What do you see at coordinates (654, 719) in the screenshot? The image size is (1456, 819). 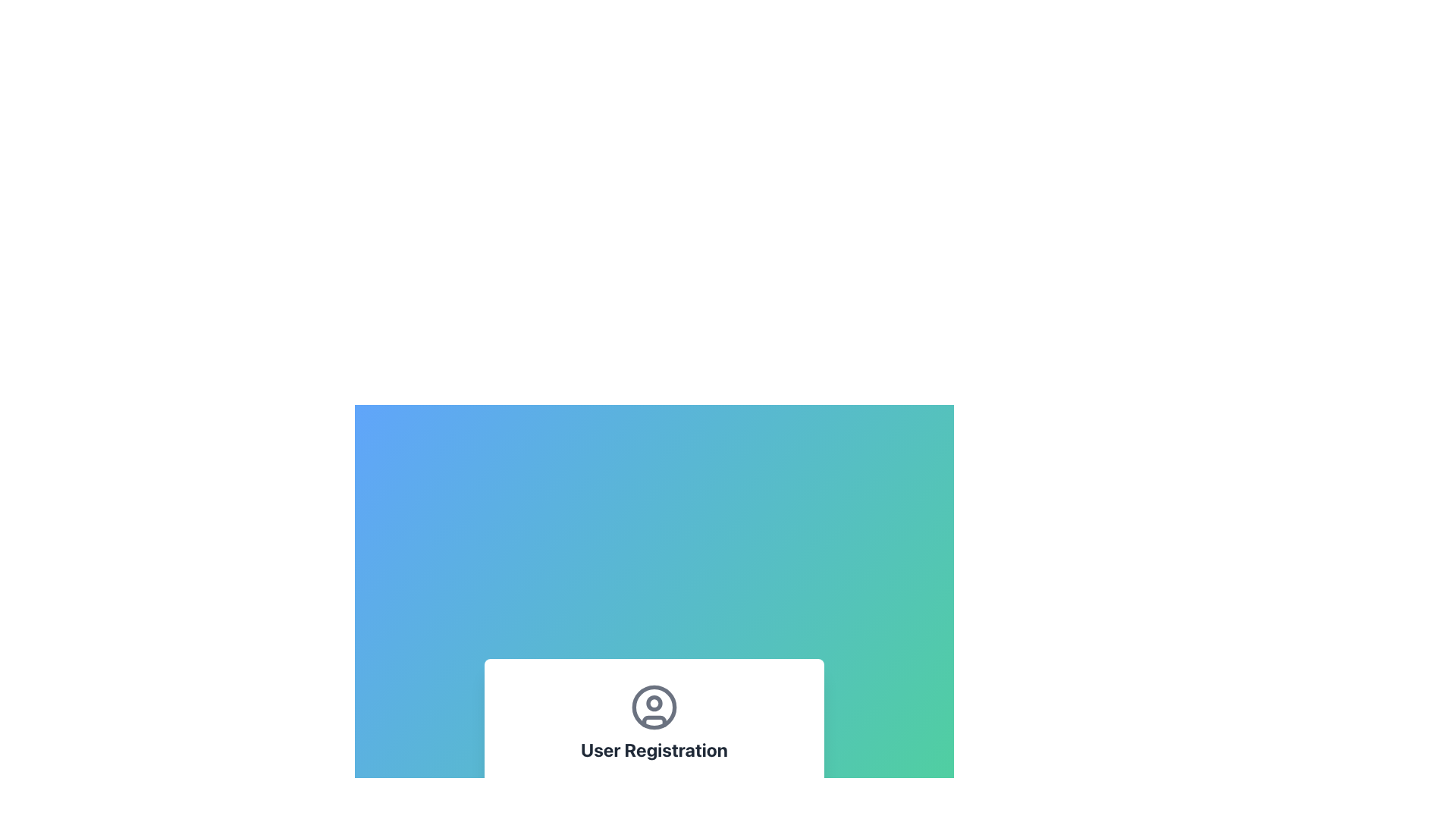 I see `the torso area of the user profile icon, which is located at the lower portion of the circular icon, centered in the layout` at bounding box center [654, 719].